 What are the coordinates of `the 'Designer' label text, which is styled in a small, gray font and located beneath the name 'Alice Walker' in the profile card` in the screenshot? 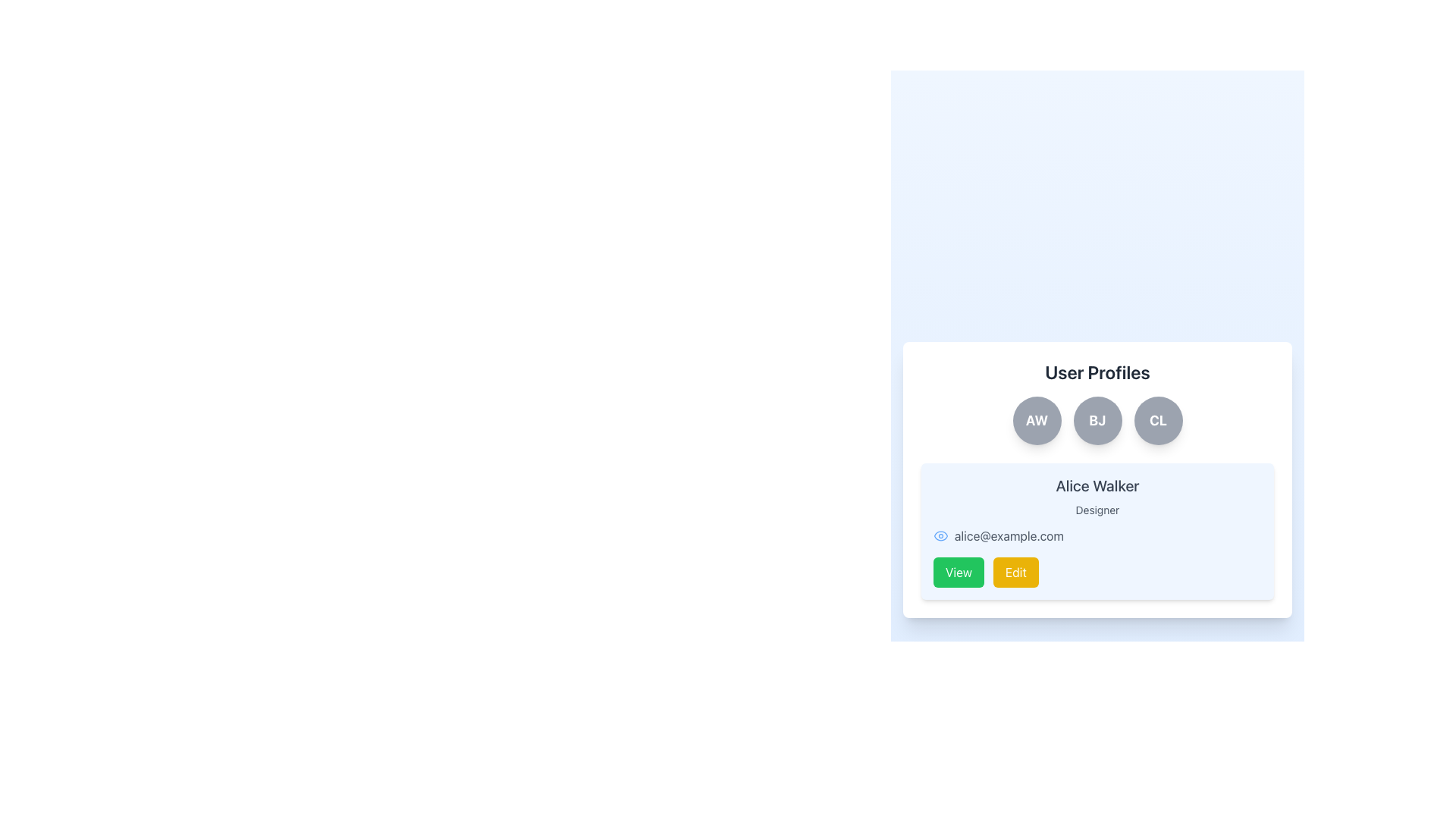 It's located at (1097, 510).